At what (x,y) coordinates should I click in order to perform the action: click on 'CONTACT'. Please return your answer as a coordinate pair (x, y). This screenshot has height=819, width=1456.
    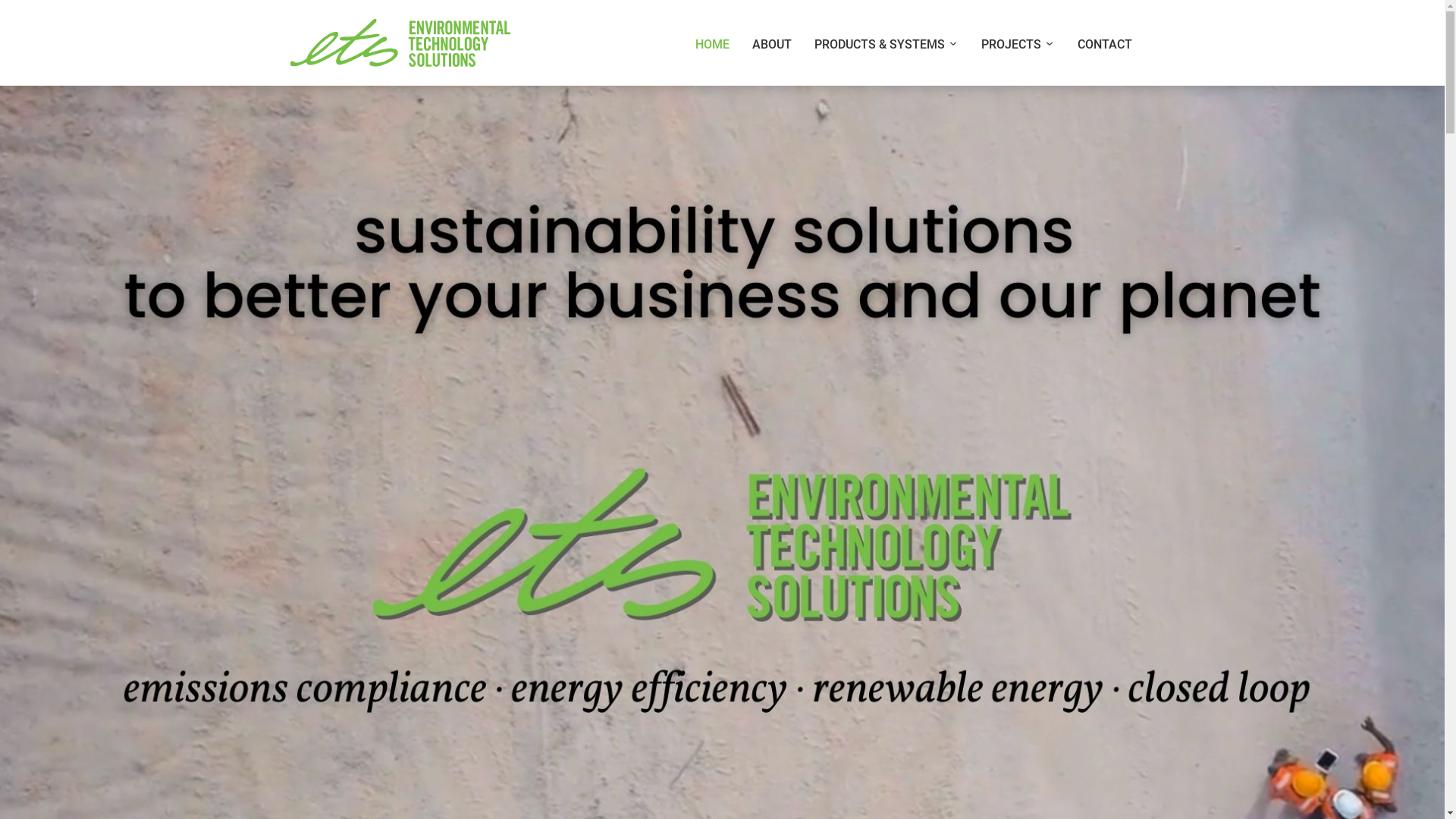
    Looking at the image, I should click on (1105, 43).